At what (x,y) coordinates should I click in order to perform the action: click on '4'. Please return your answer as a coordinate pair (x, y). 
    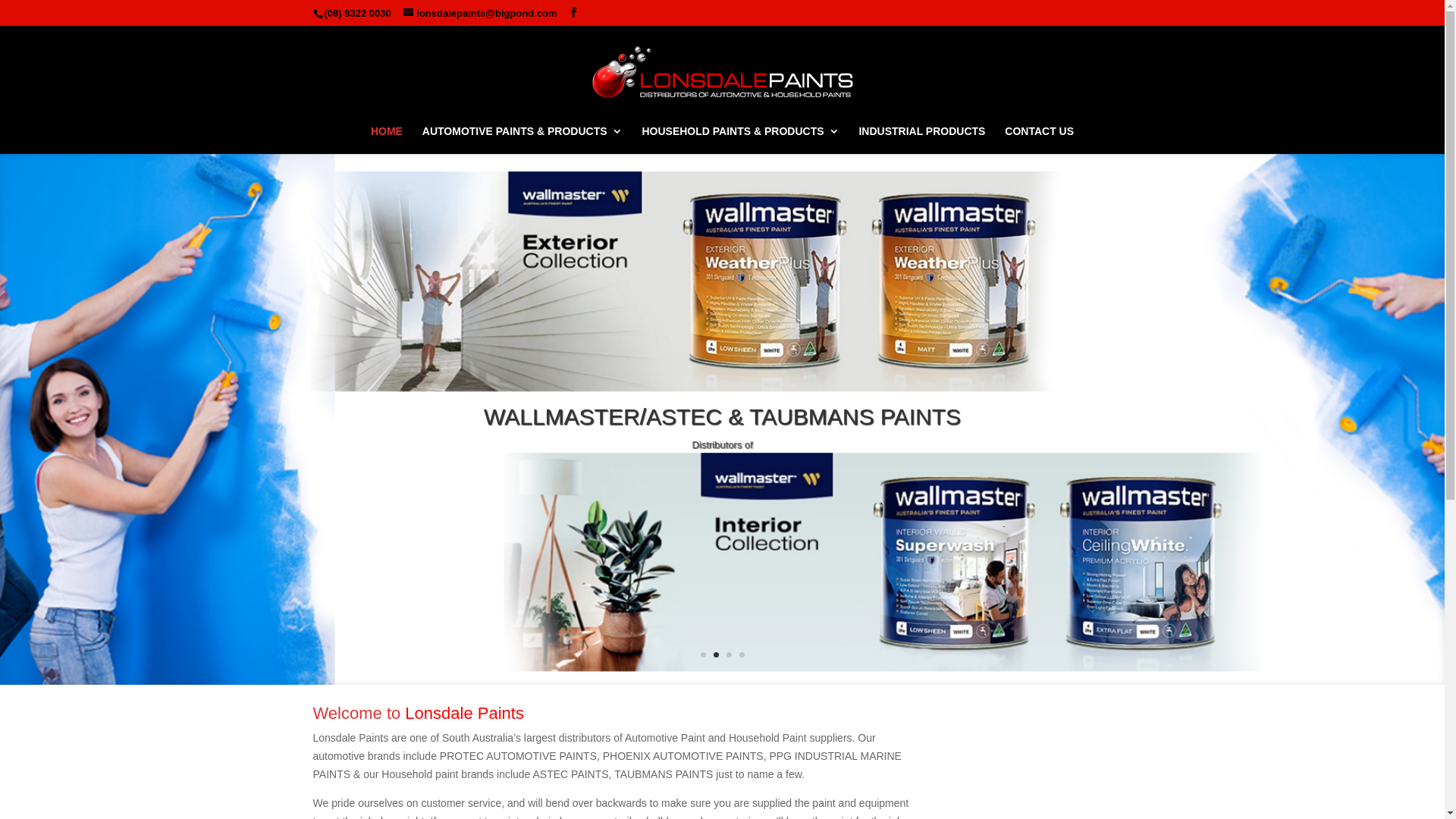
    Looking at the image, I should click on (741, 654).